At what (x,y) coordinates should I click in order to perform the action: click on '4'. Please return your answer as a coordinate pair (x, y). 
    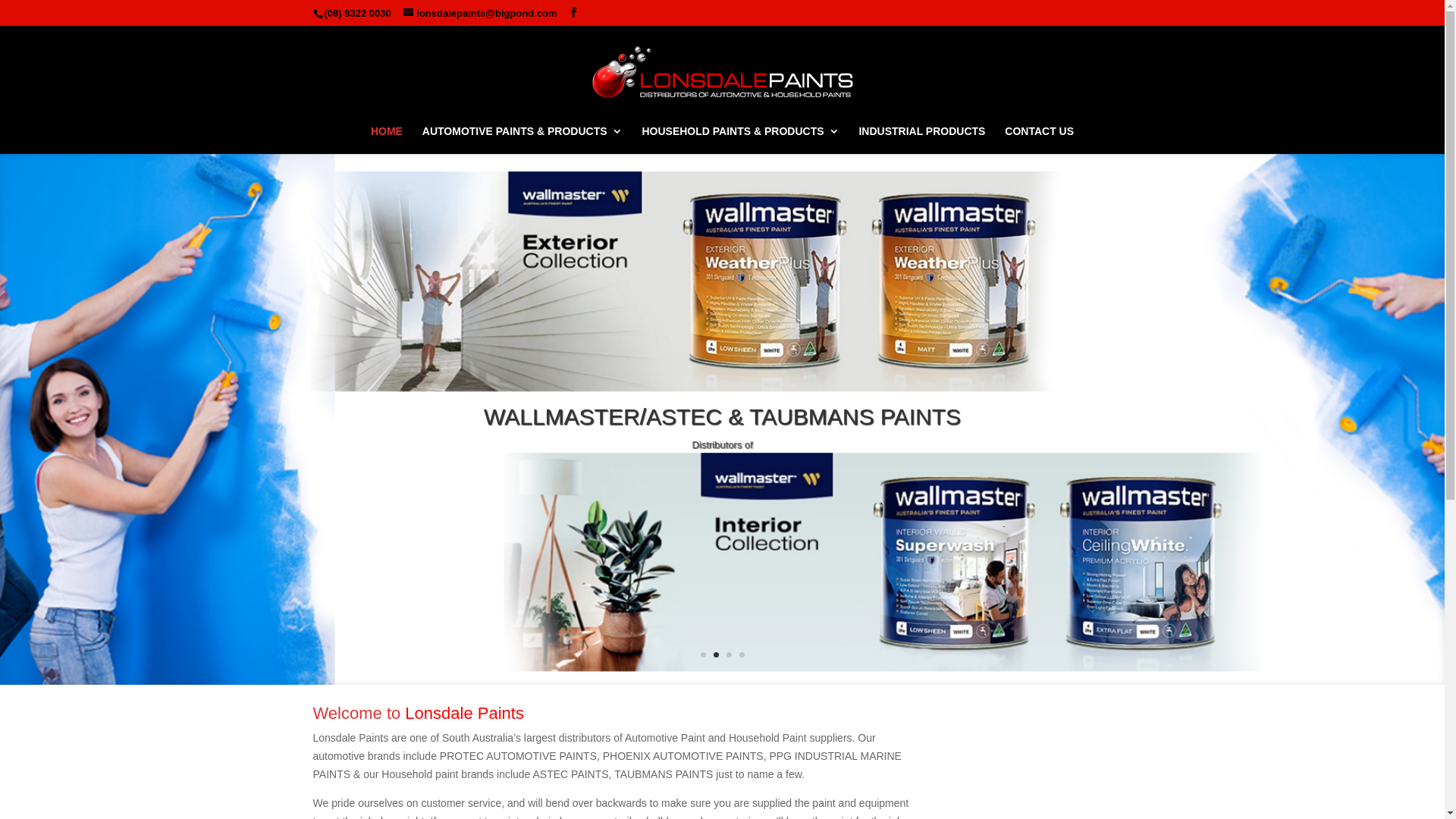
    Looking at the image, I should click on (741, 654).